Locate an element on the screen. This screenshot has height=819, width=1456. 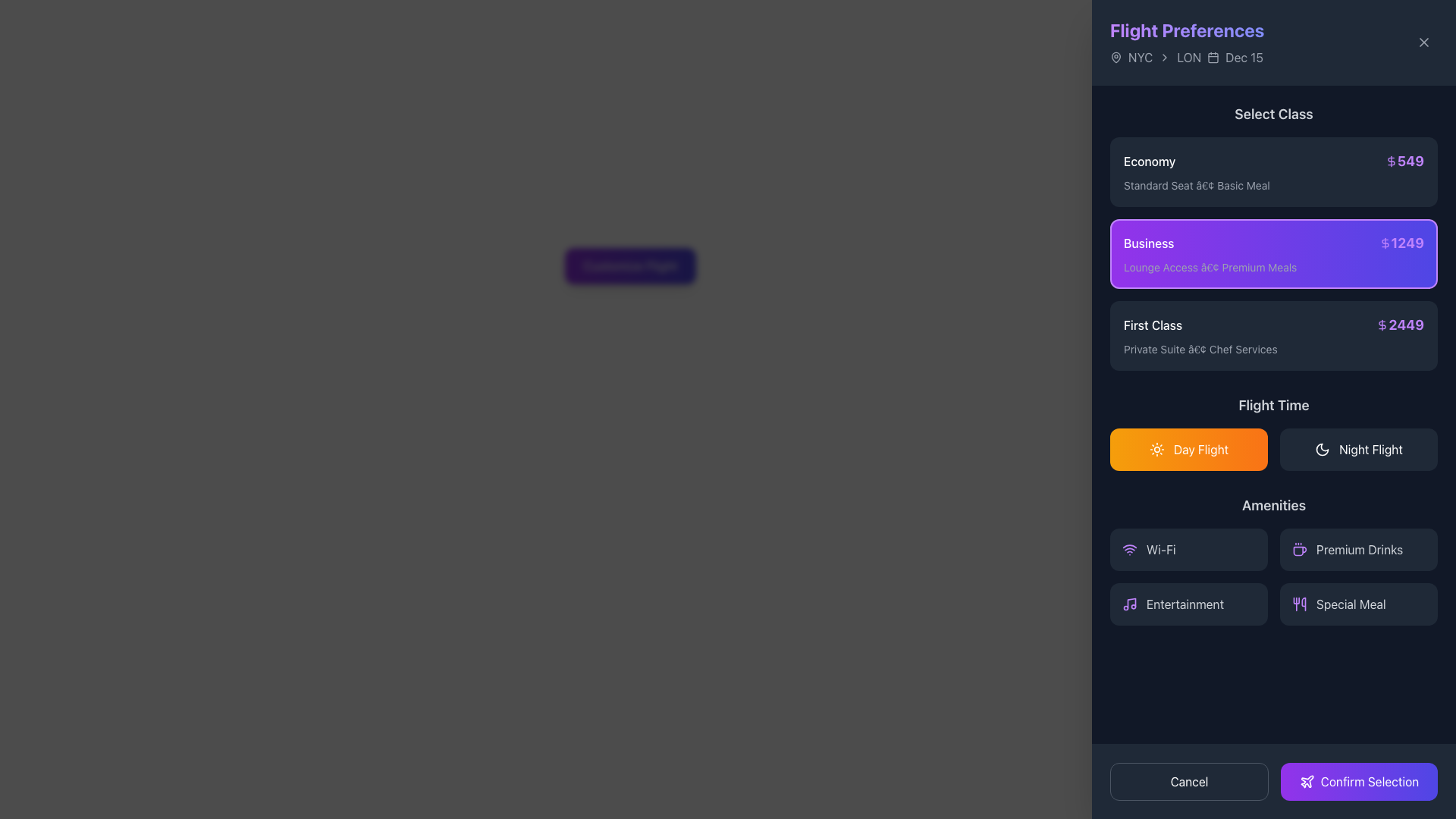
displayed text of the 'Business' class option label located in the 'Select Class' section of the interface, positioned near the top of the right-hand panel is located at coordinates (1149, 242).